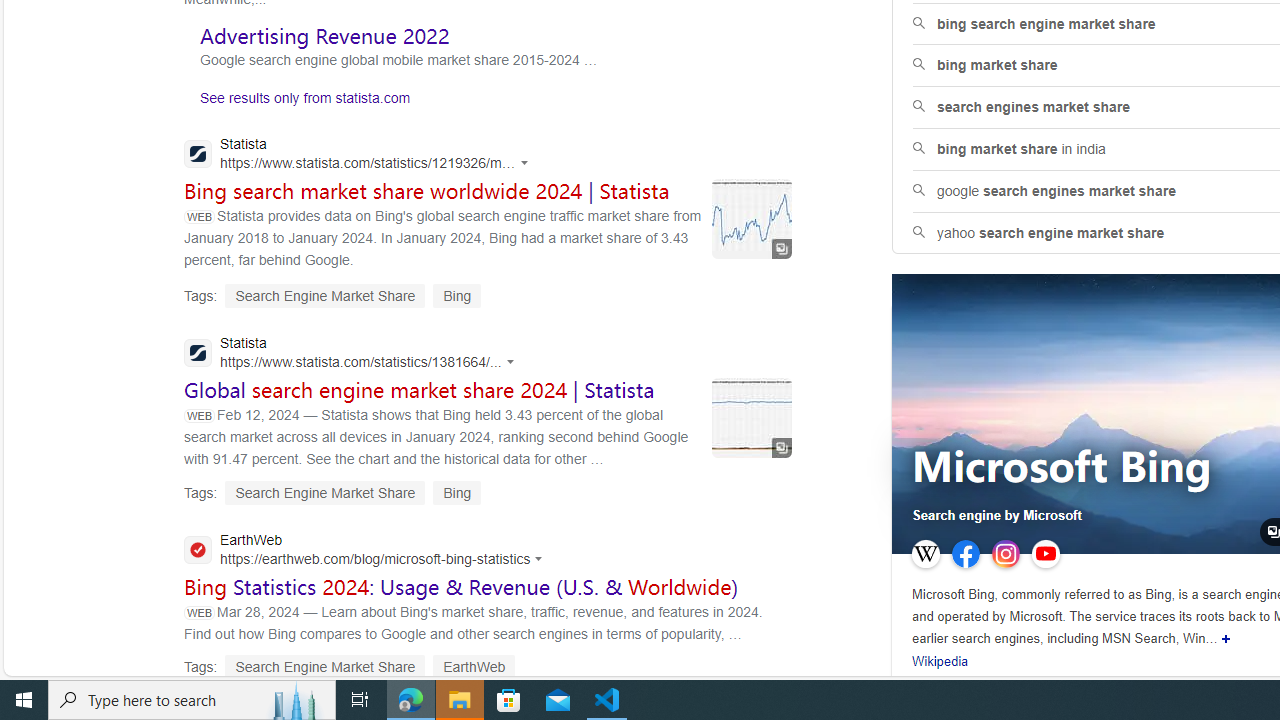 This screenshot has height=720, width=1280. Describe the element at coordinates (1006, 554) in the screenshot. I see `'Instagram'` at that location.